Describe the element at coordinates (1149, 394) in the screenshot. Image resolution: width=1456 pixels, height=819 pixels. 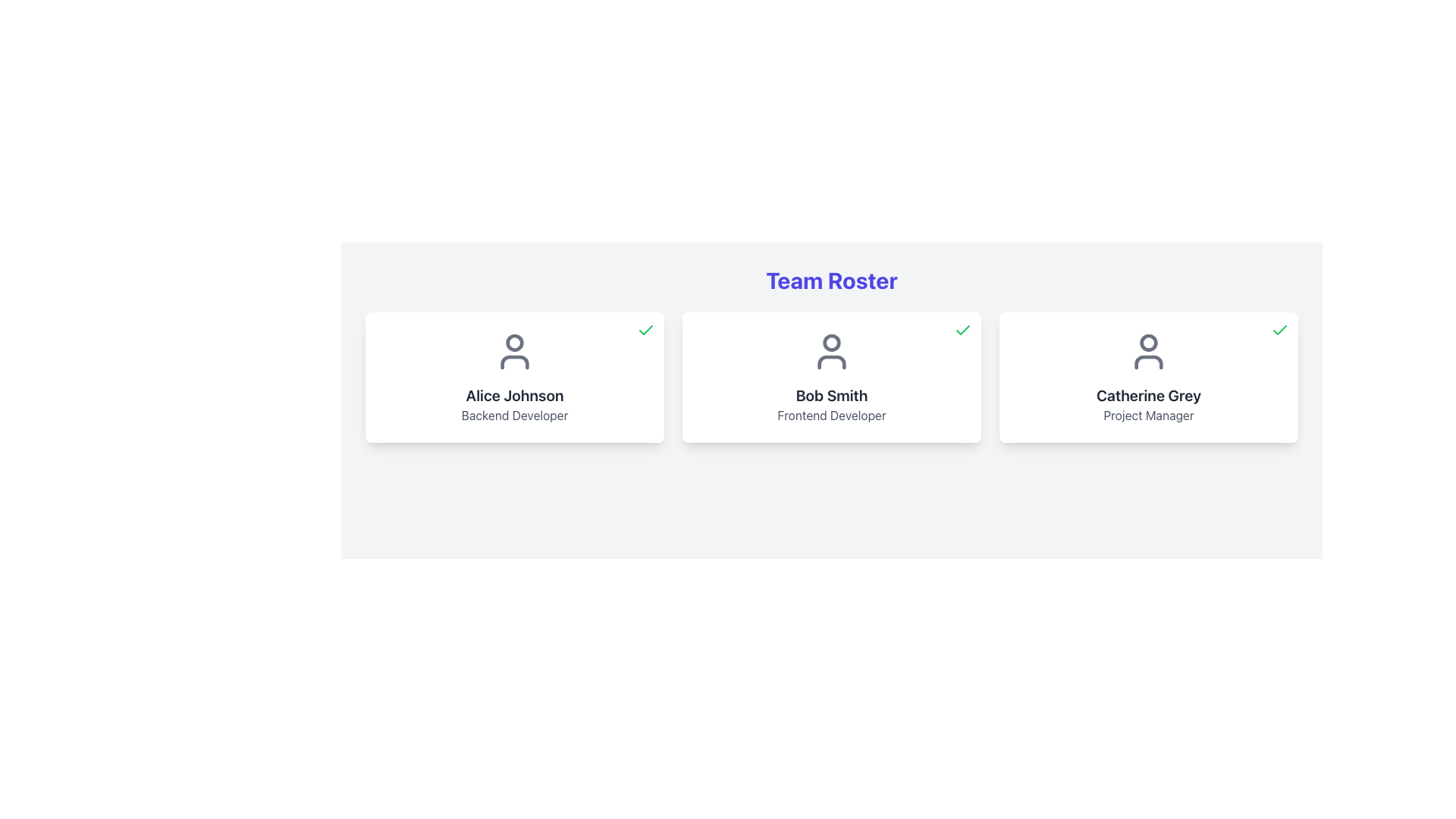
I see `the static text element displaying 'Catherine Grey' in bold, extra-large font, which is located at the top-center of the rightmost profile card in a team roster layout` at that location.